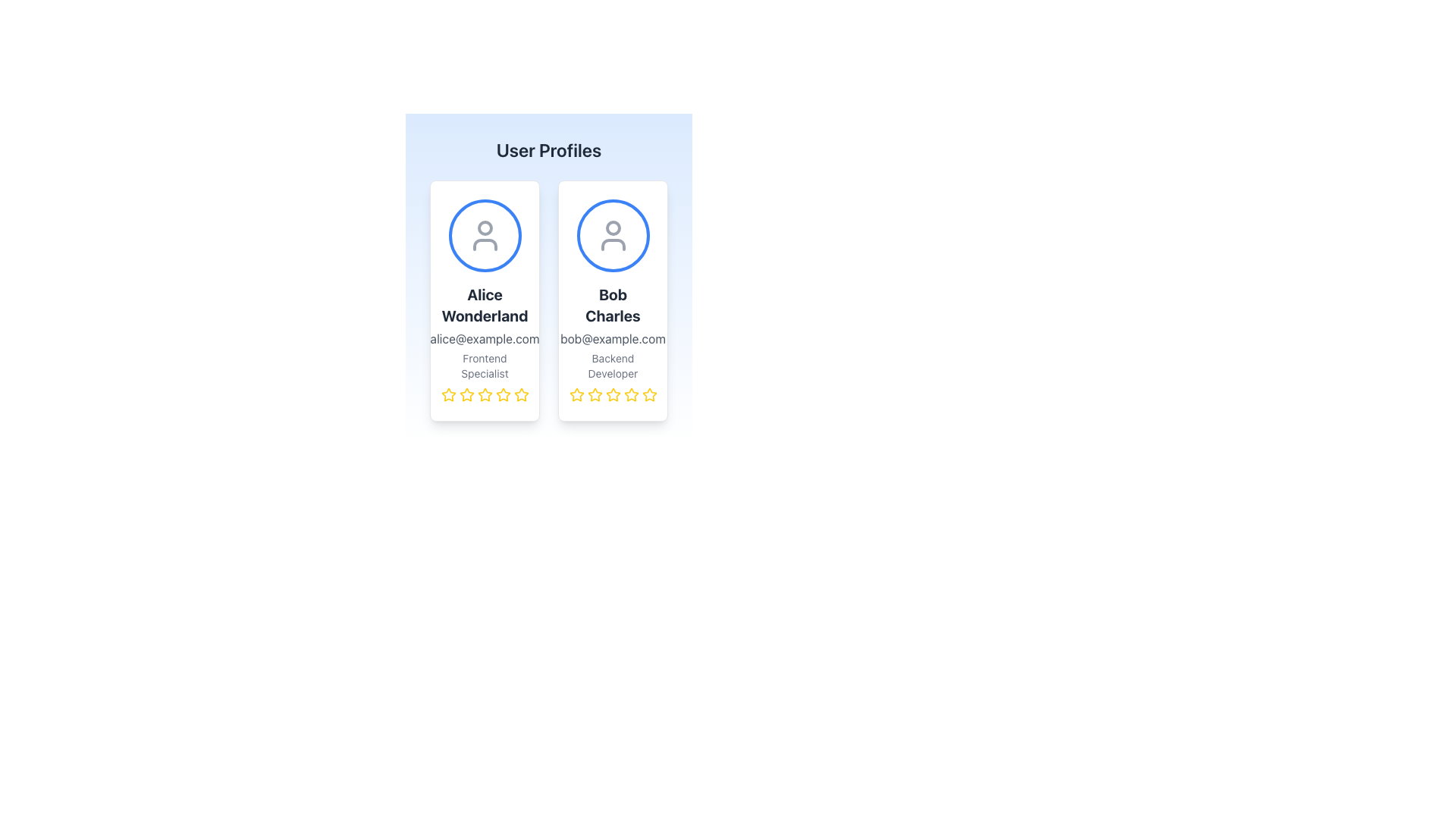  Describe the element at coordinates (576, 394) in the screenshot. I see `the leftmost star in the rating scale of the second card (Bob Charles) below the 'Backend Developer' description to potentially display a tooltip` at that location.